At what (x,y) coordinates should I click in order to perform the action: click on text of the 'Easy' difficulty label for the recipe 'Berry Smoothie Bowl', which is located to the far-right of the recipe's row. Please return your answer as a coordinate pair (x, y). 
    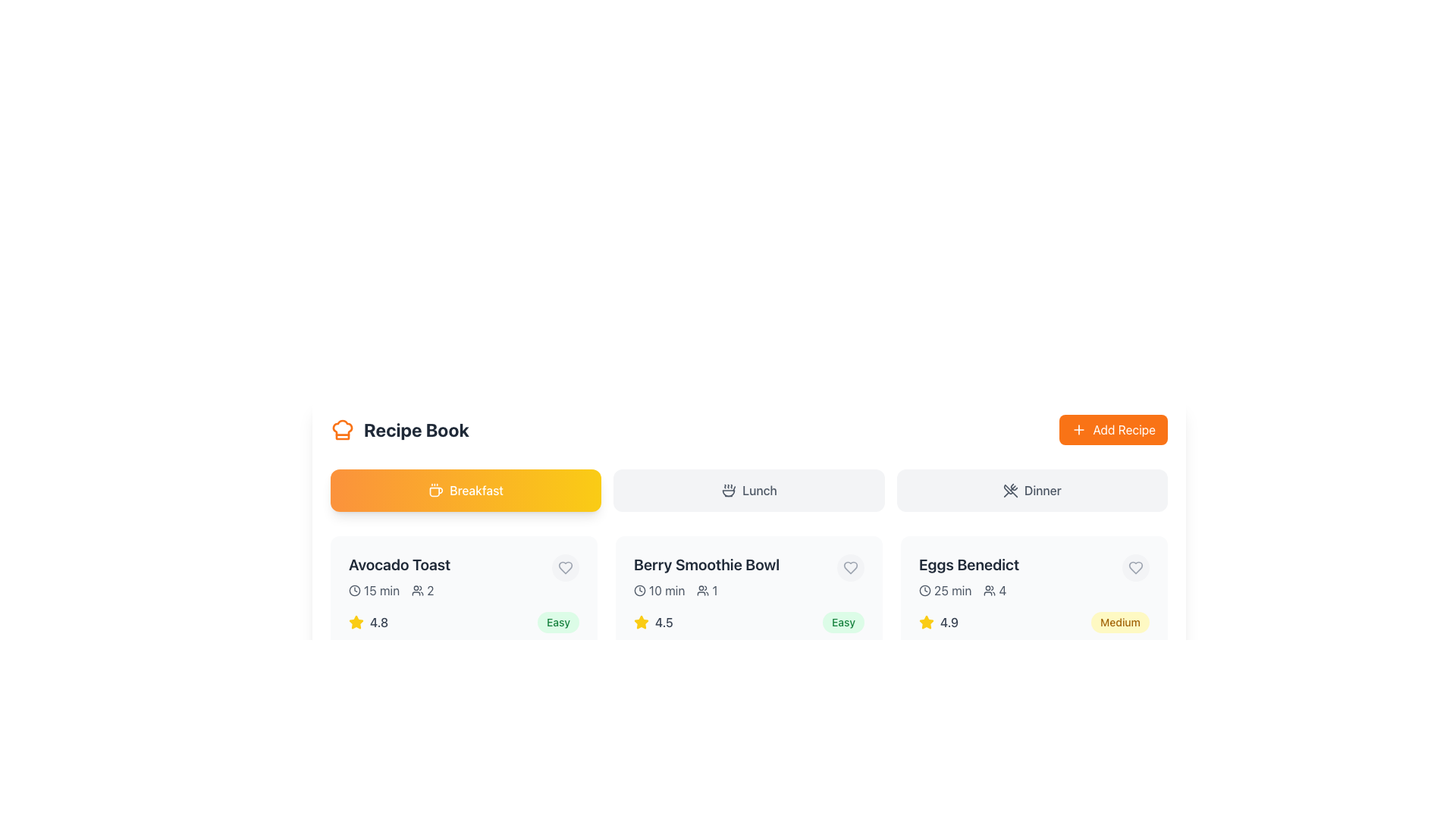
    Looking at the image, I should click on (843, 623).